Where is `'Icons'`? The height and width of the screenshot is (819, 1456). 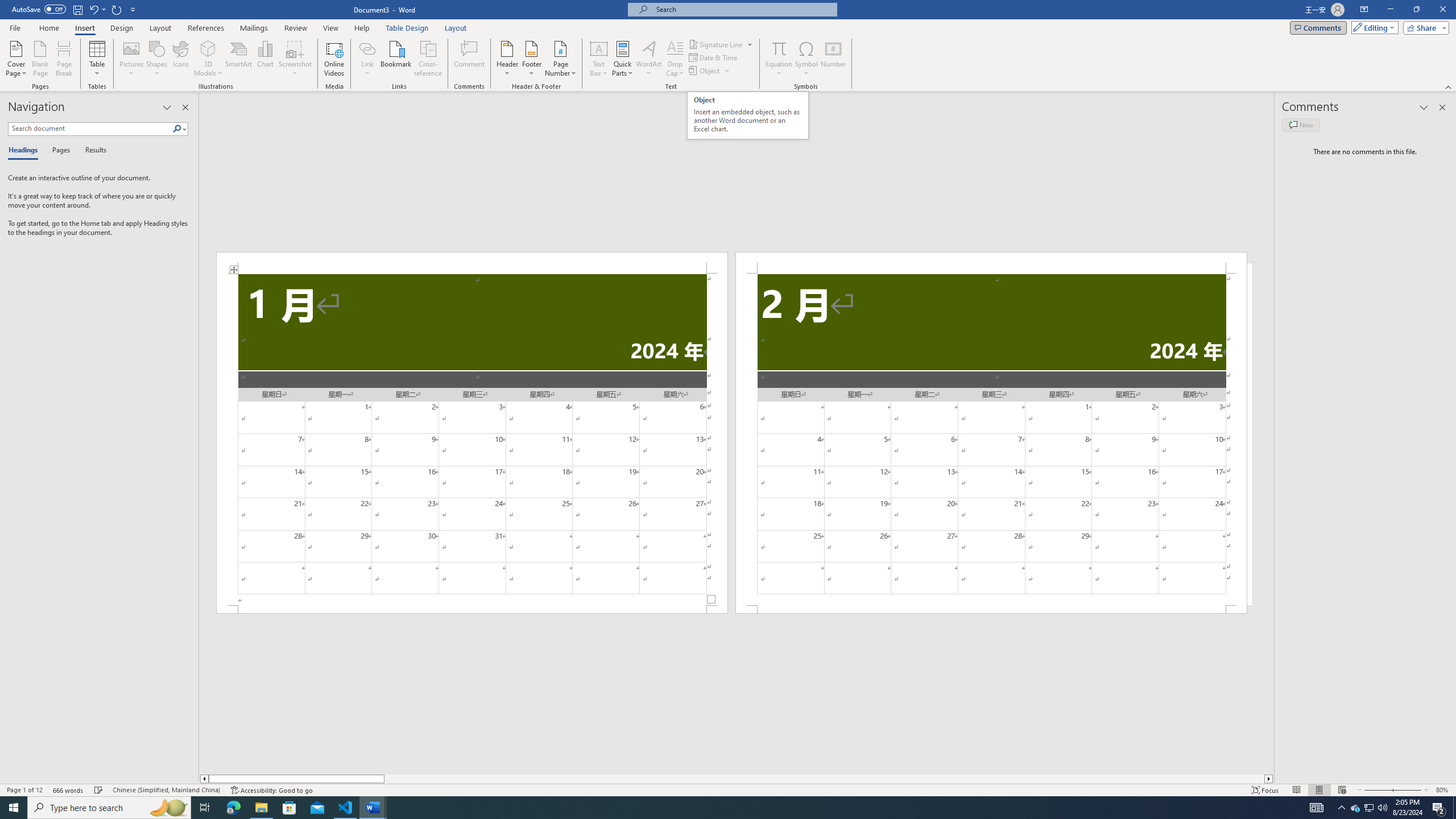
'Icons' is located at coordinates (180, 59).